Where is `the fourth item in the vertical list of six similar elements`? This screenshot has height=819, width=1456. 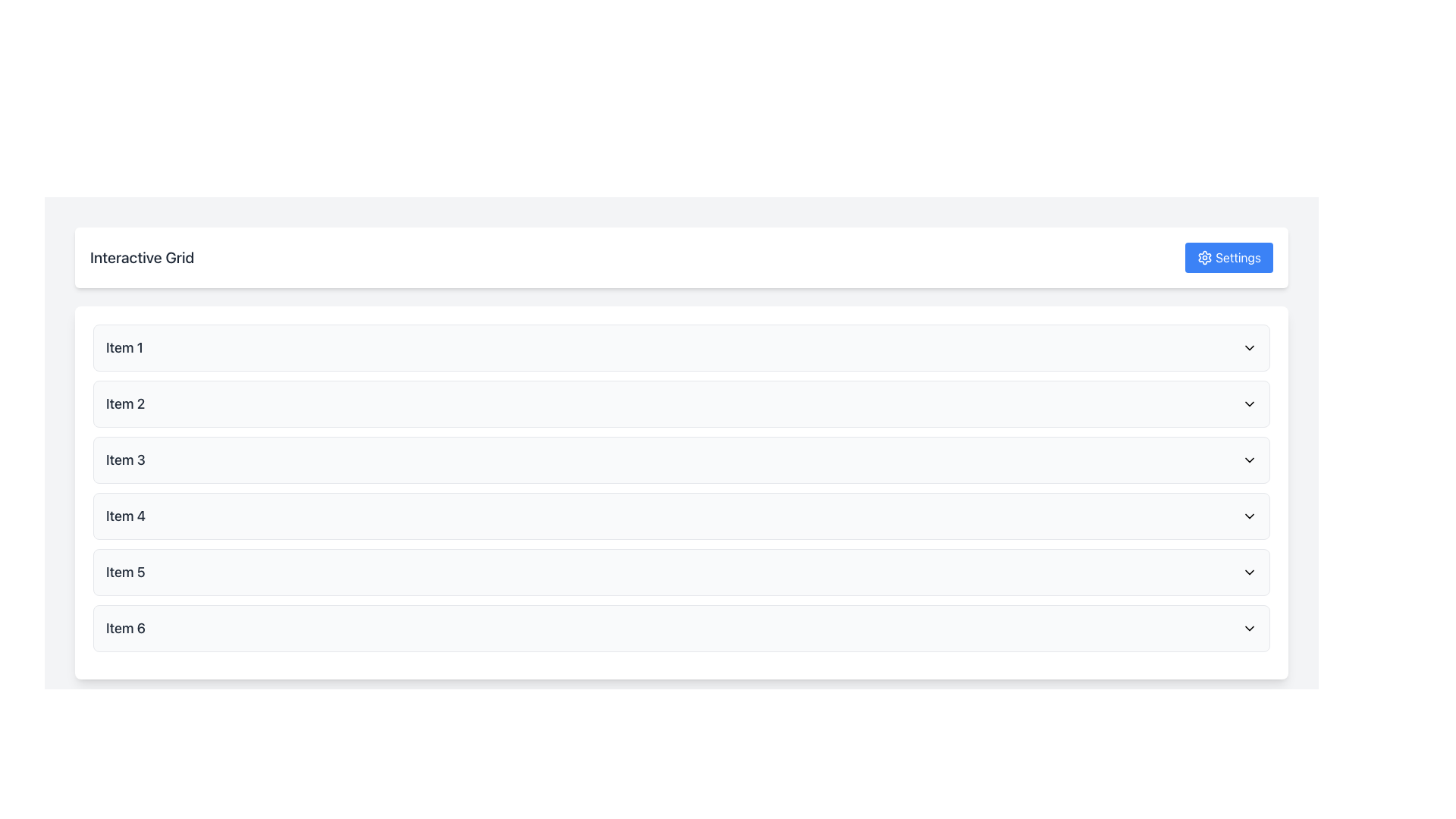 the fourth item in the vertical list of six similar elements is located at coordinates (680, 516).